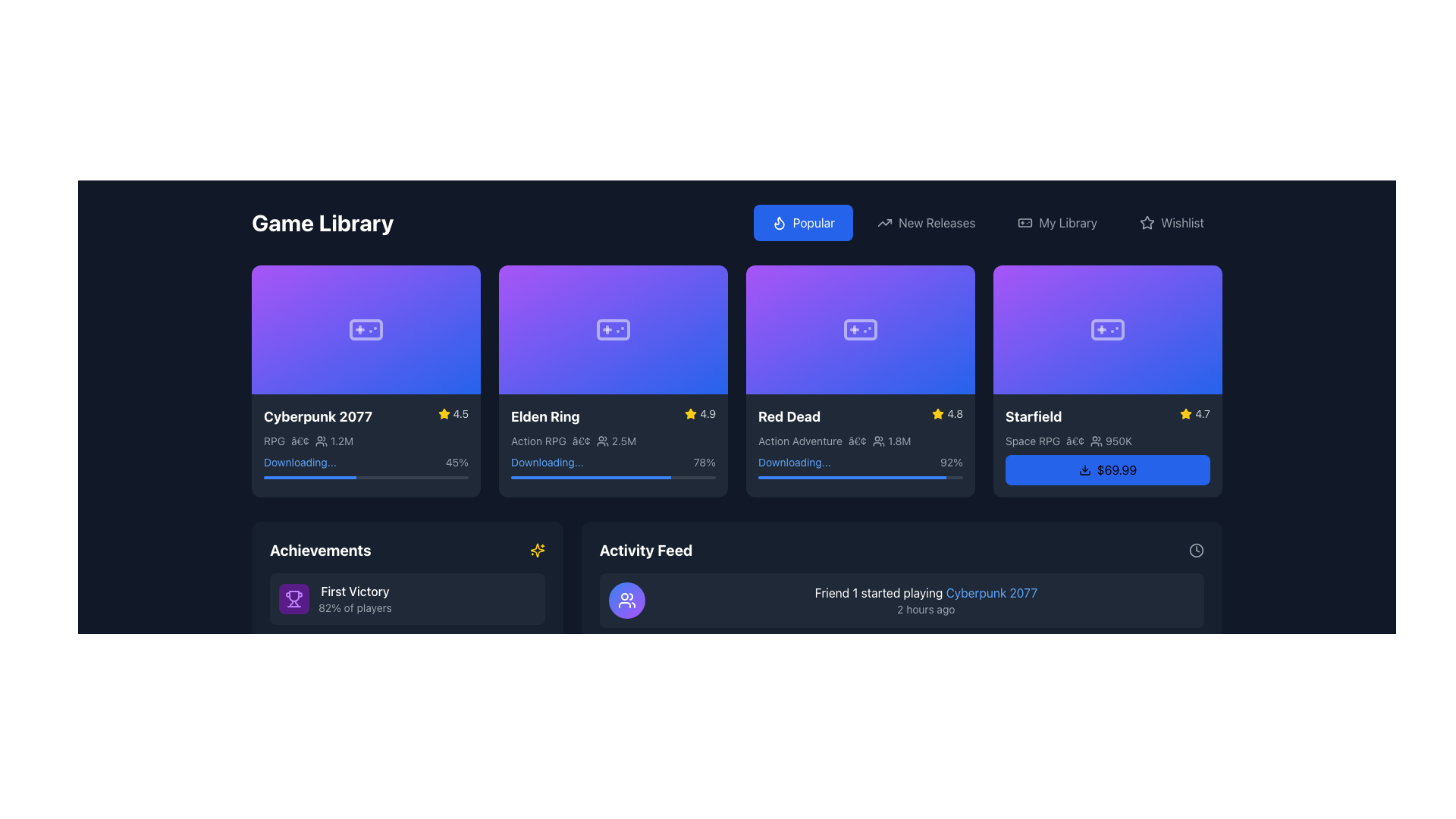  Describe the element at coordinates (366, 461) in the screenshot. I see `the status display indicating the download progress for the game 'Cyberpunk 2077', located at the bottom of the card layout just above the progress bar` at that location.